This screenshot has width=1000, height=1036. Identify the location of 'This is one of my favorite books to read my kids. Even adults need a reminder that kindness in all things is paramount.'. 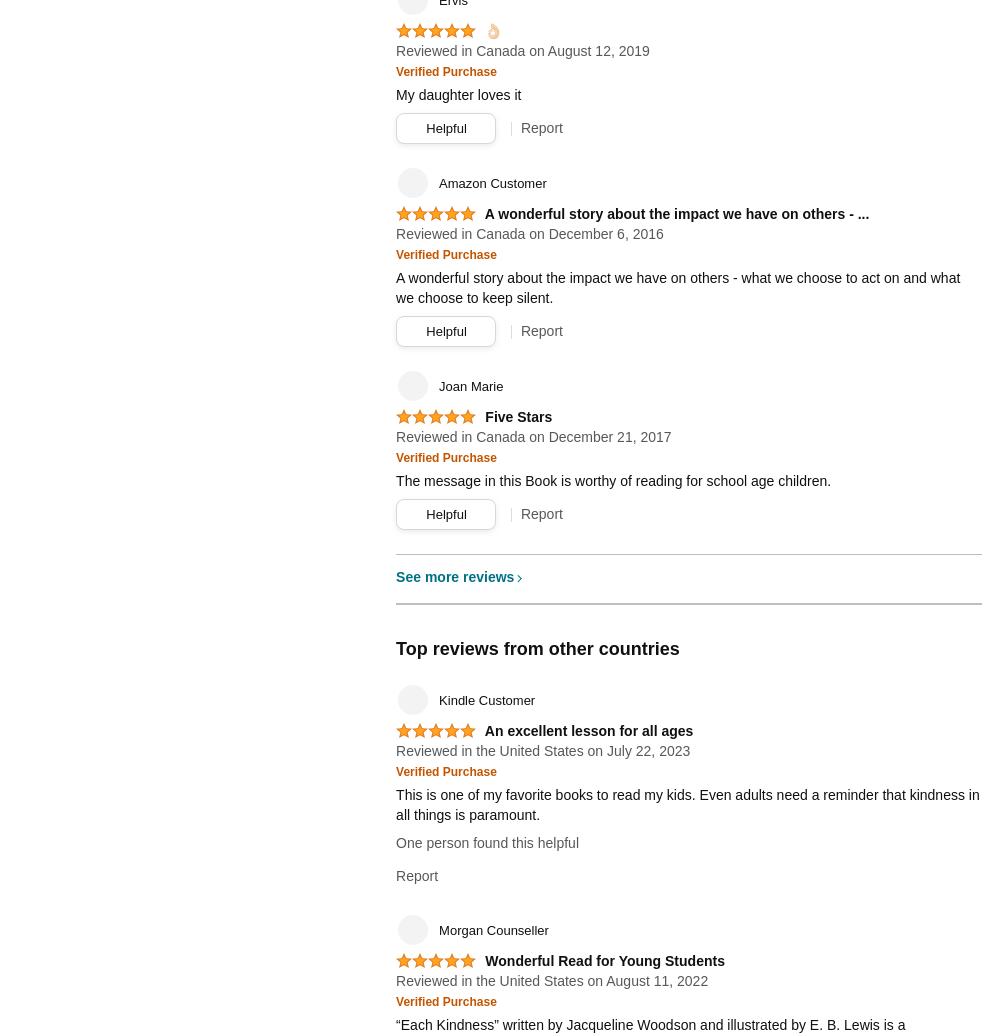
(396, 804).